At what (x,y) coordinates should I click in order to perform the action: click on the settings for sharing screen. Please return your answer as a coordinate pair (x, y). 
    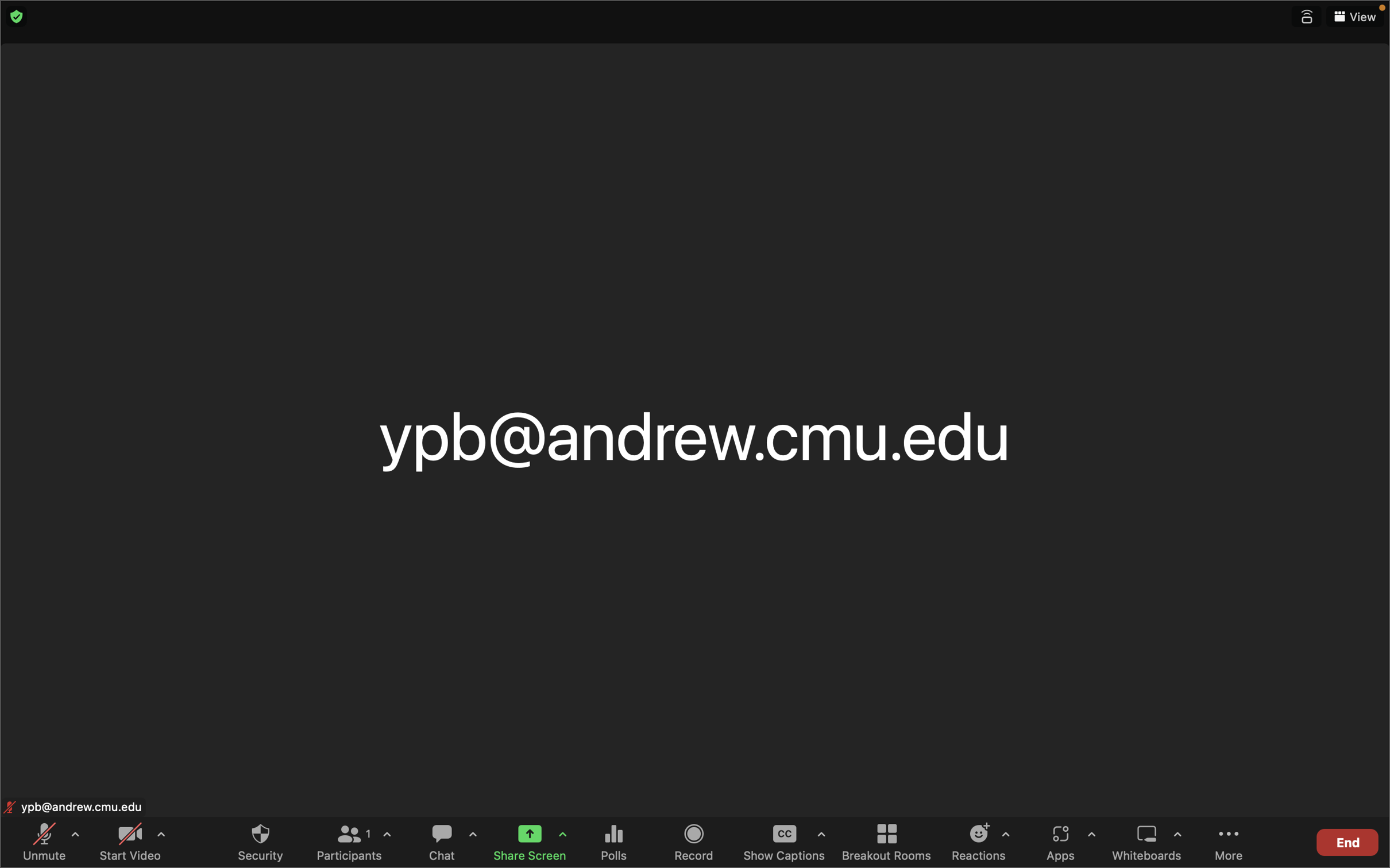
    Looking at the image, I should click on (562, 836).